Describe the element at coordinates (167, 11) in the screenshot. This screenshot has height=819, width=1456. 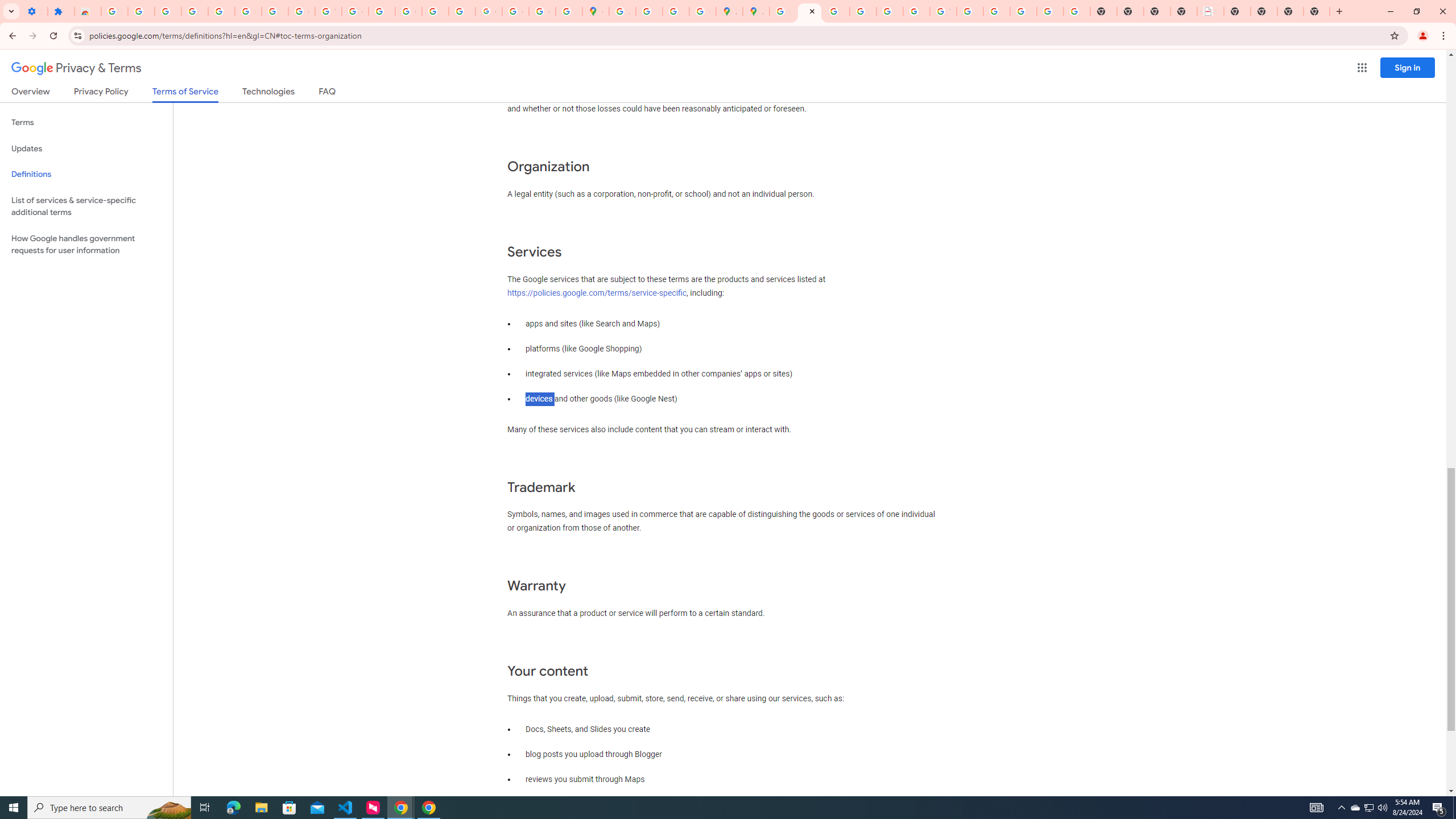
I see `'Delete photos & videos - Computer - Google Photos Help'` at that location.